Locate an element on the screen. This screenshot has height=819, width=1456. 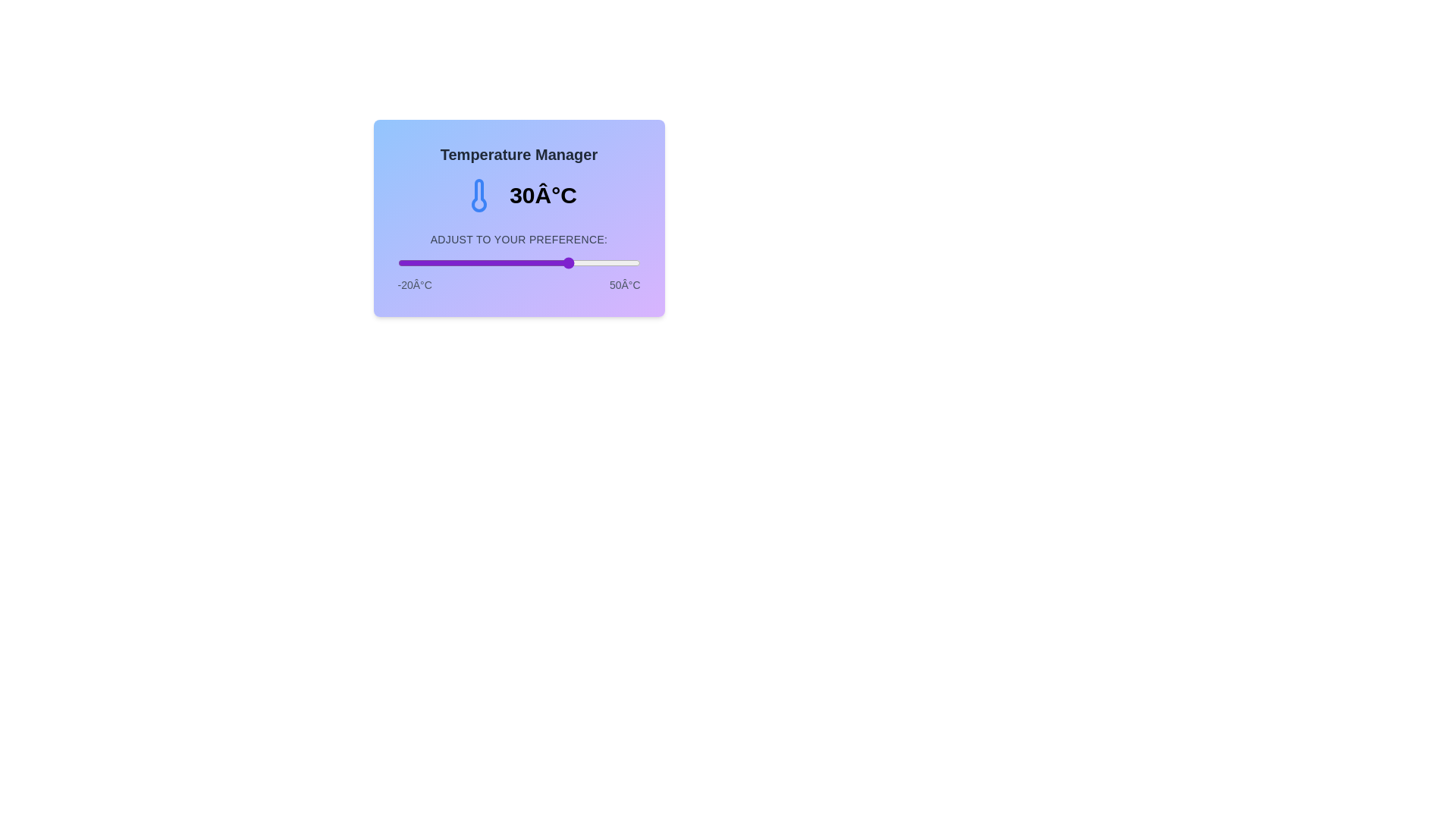
the temperature to 16 degrees Celsius by dragging the slider is located at coordinates (522, 262).